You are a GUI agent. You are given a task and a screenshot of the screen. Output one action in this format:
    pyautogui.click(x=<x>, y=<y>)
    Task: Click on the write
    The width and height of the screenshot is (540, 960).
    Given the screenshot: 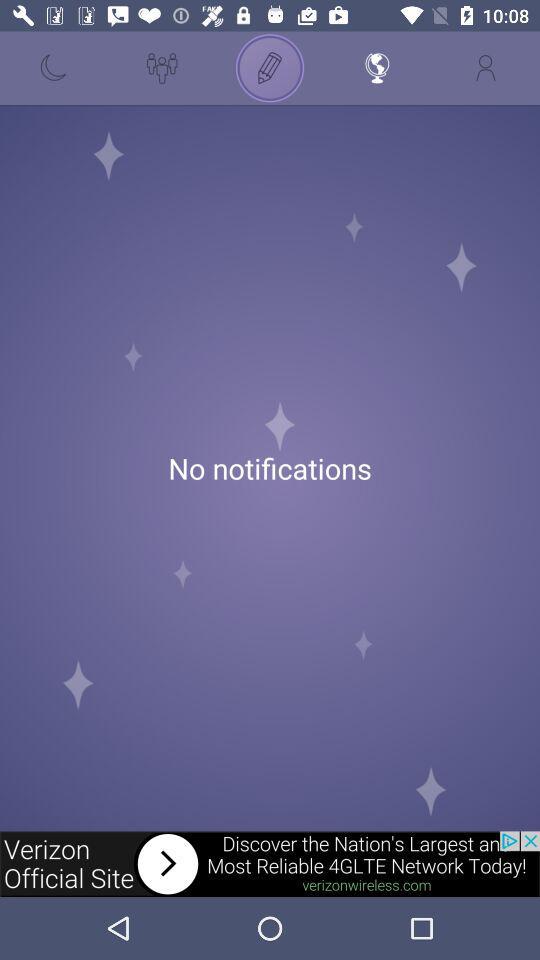 What is the action you would take?
    pyautogui.click(x=270, y=68)
    